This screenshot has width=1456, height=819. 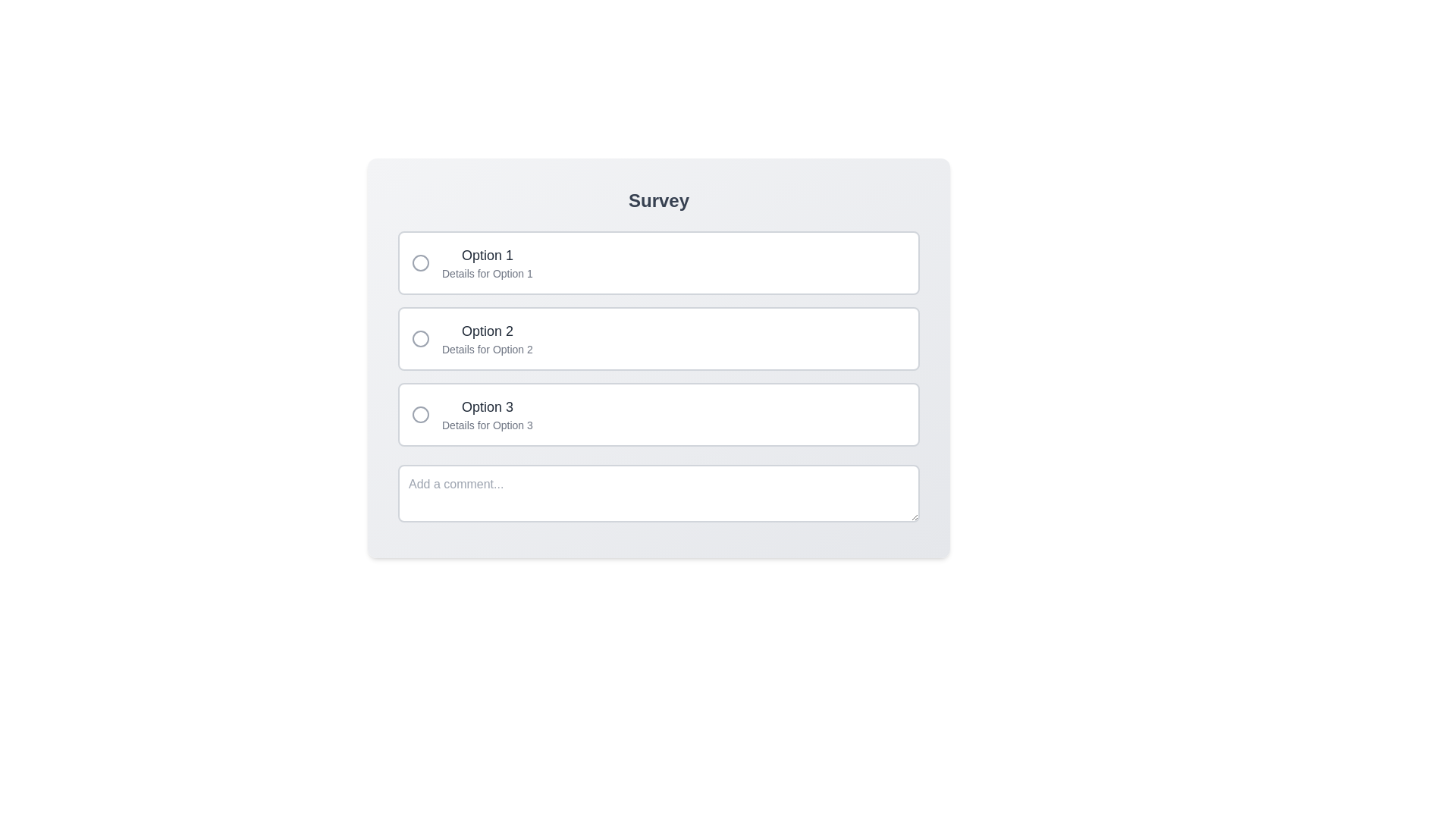 I want to click on the unfilled circular gray icon located to the left of 'Option 3' in the survey options interface, so click(x=421, y=415).